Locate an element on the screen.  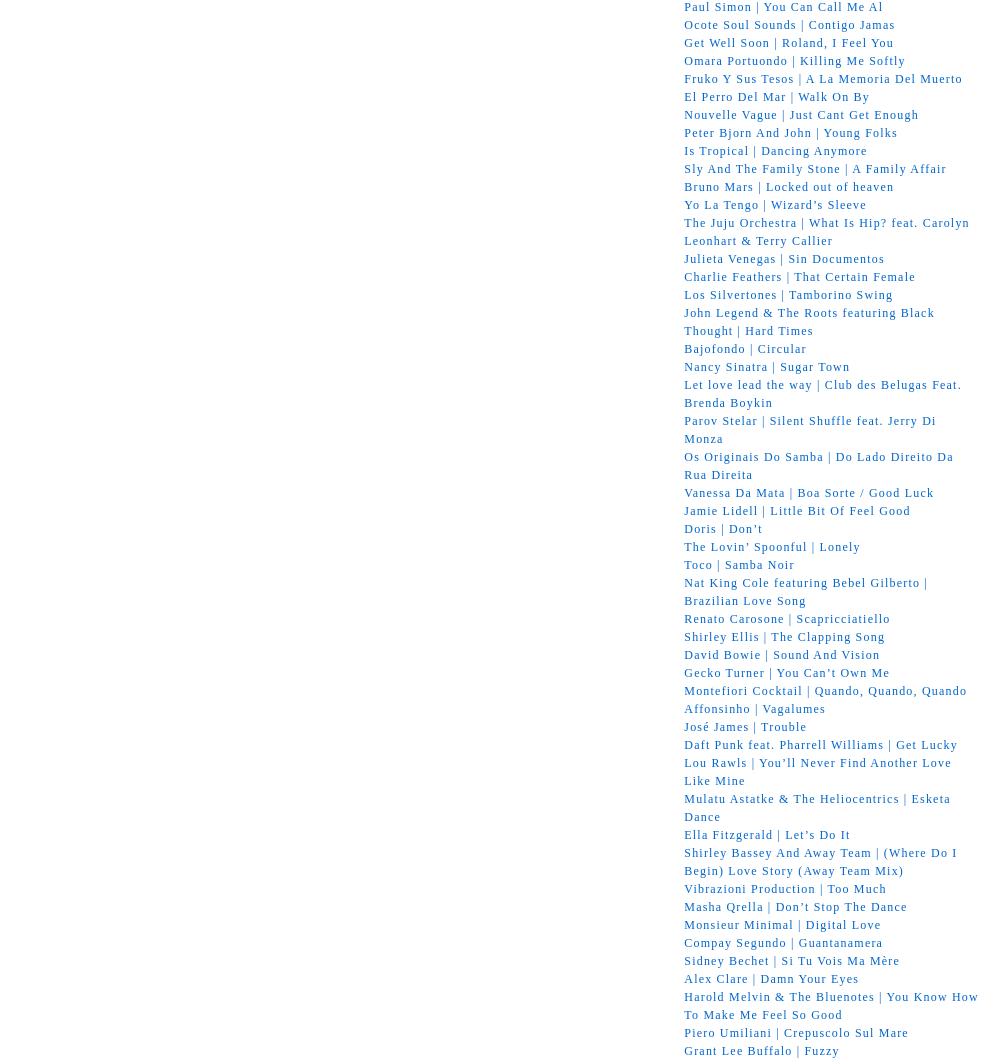
'The Lovin’ Spoonful | Lonely' is located at coordinates (772, 546).